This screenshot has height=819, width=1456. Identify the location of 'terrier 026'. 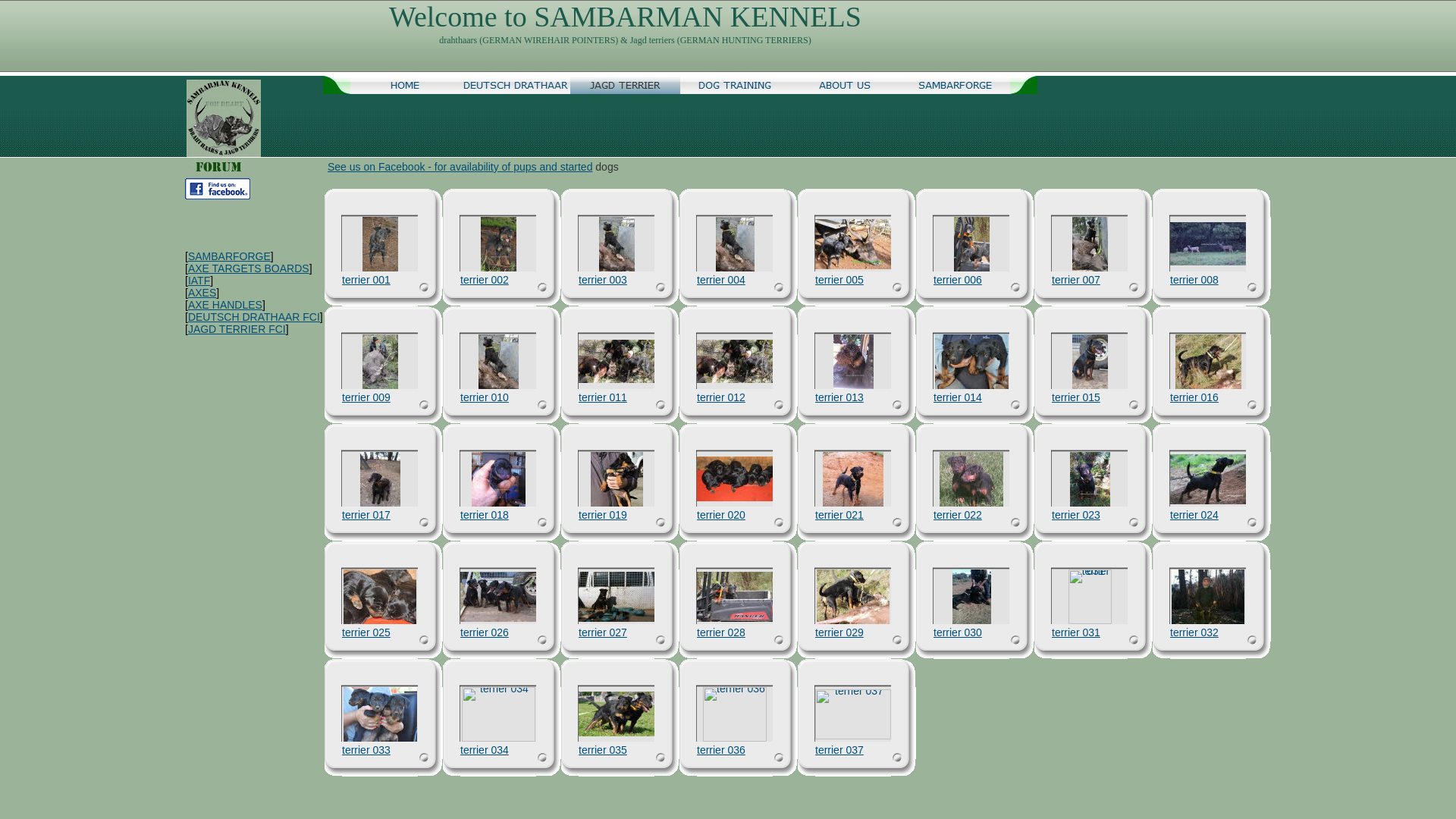
(459, 595).